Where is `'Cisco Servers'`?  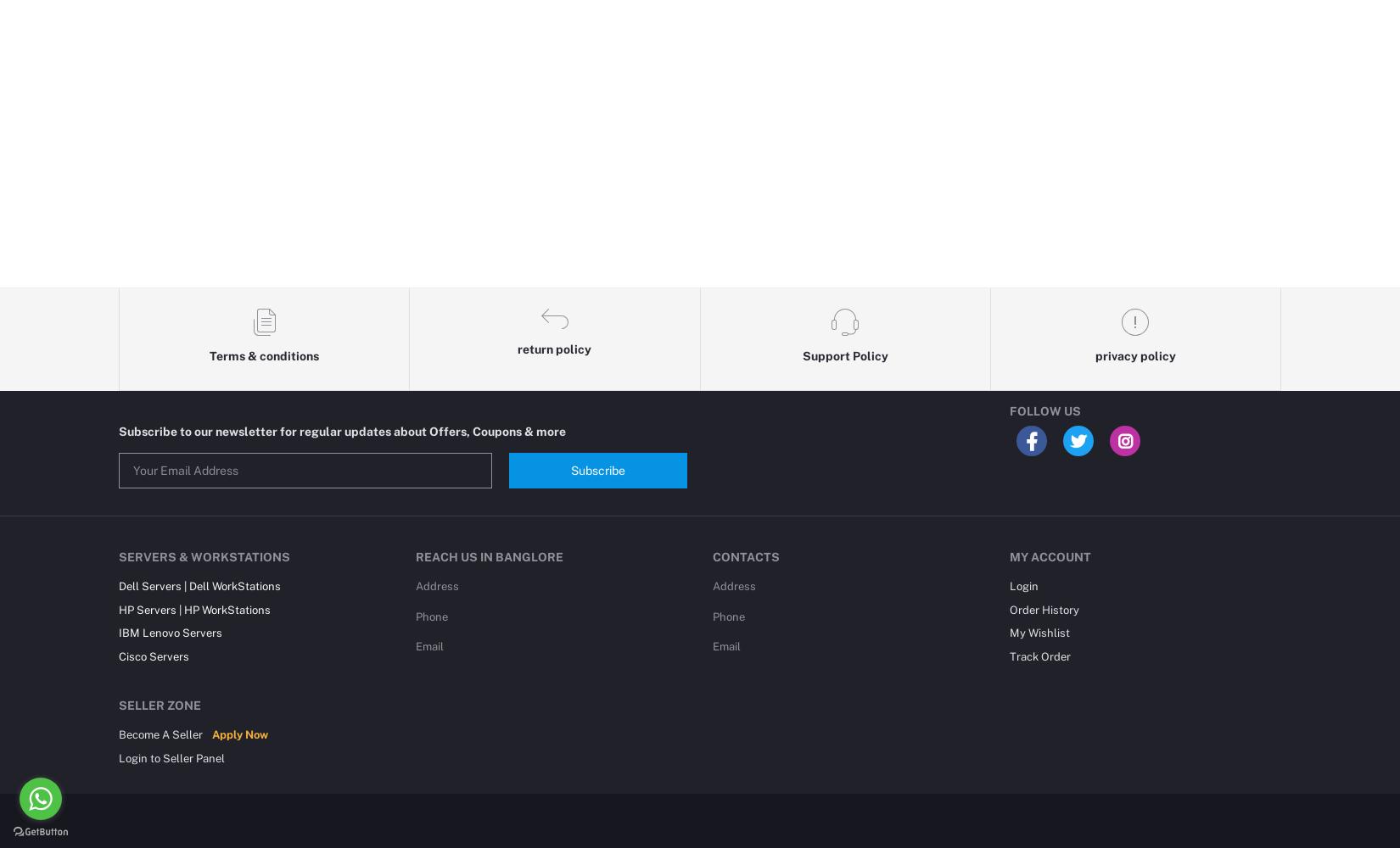
'Cisco Servers' is located at coordinates (154, 656).